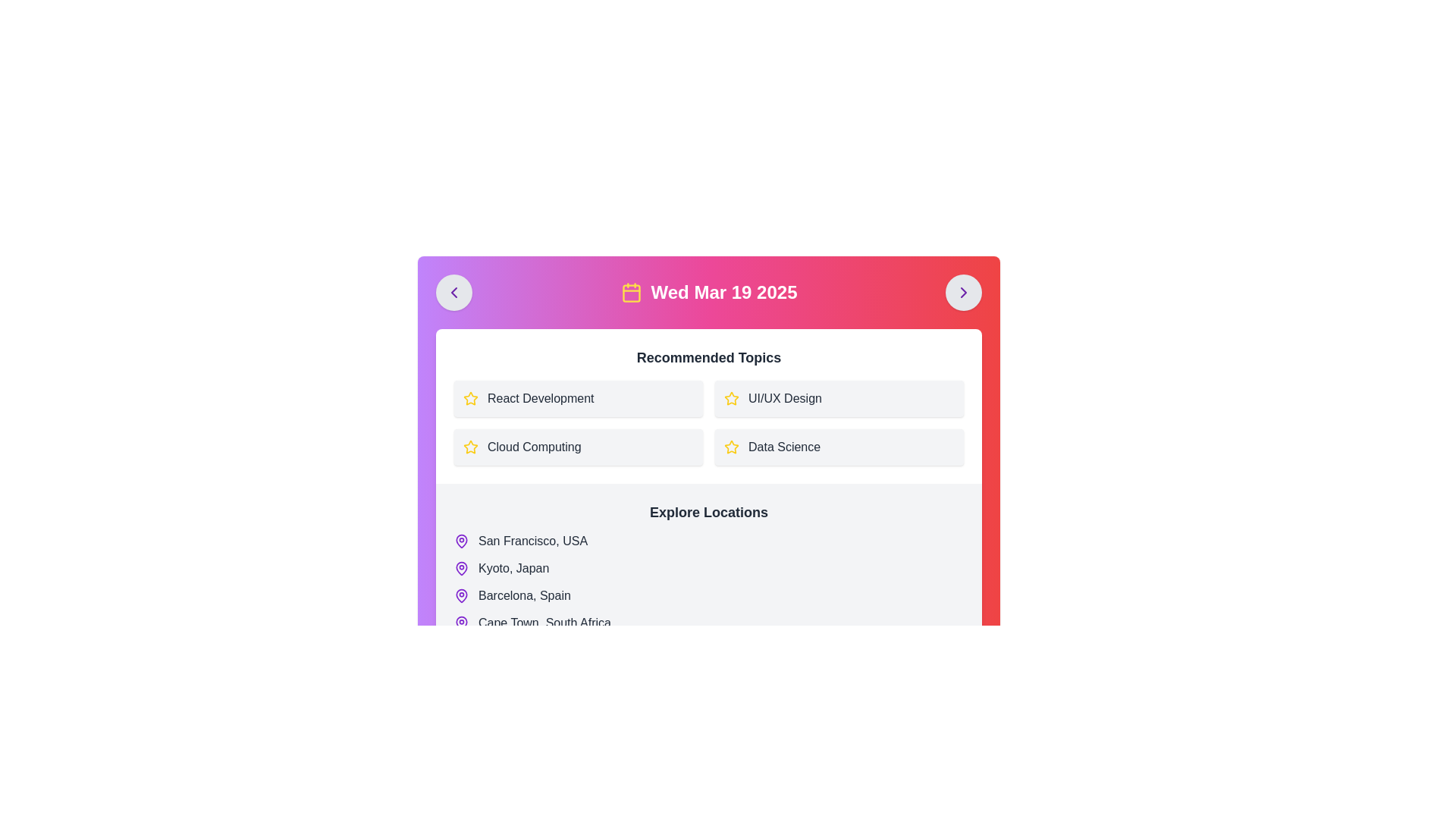 The height and width of the screenshot is (819, 1456). What do you see at coordinates (461, 595) in the screenshot?
I see `the circular purple map pin icon located beside the 'Barcelona, Spain' text` at bounding box center [461, 595].